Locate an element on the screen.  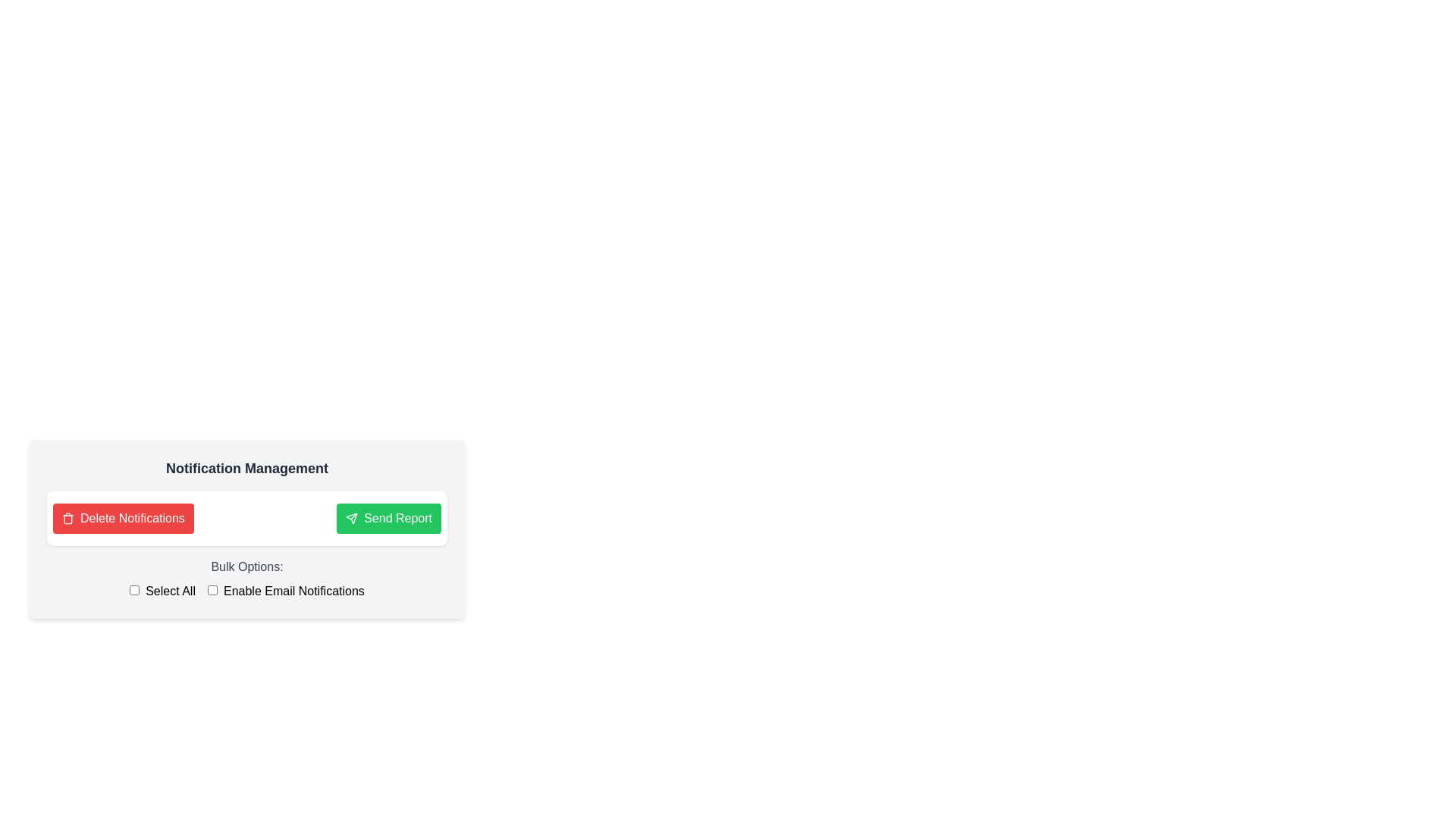
the 'Delete Notifications' text label, which is part of a red button with white text is located at coordinates (132, 517).